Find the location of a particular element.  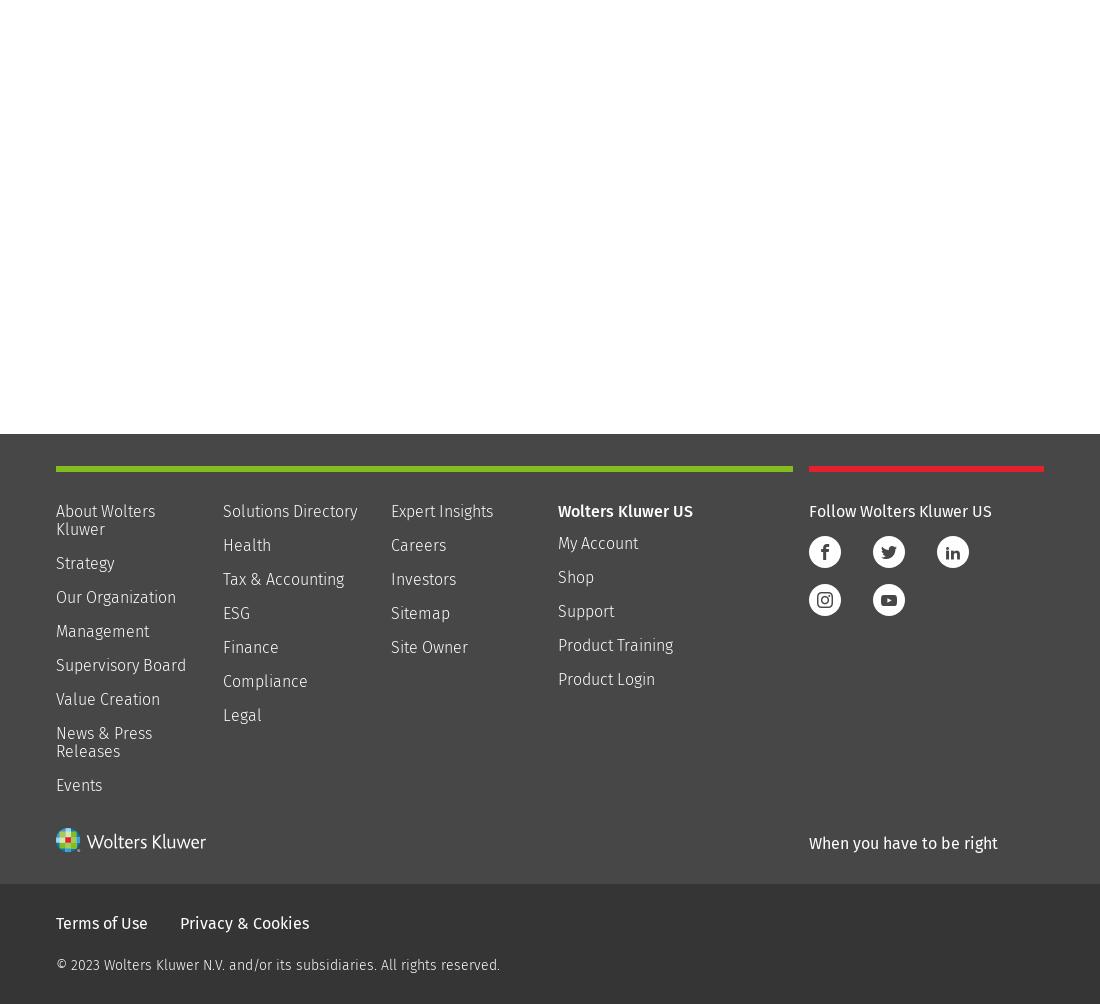

'Our Organization' is located at coordinates (54, 596).